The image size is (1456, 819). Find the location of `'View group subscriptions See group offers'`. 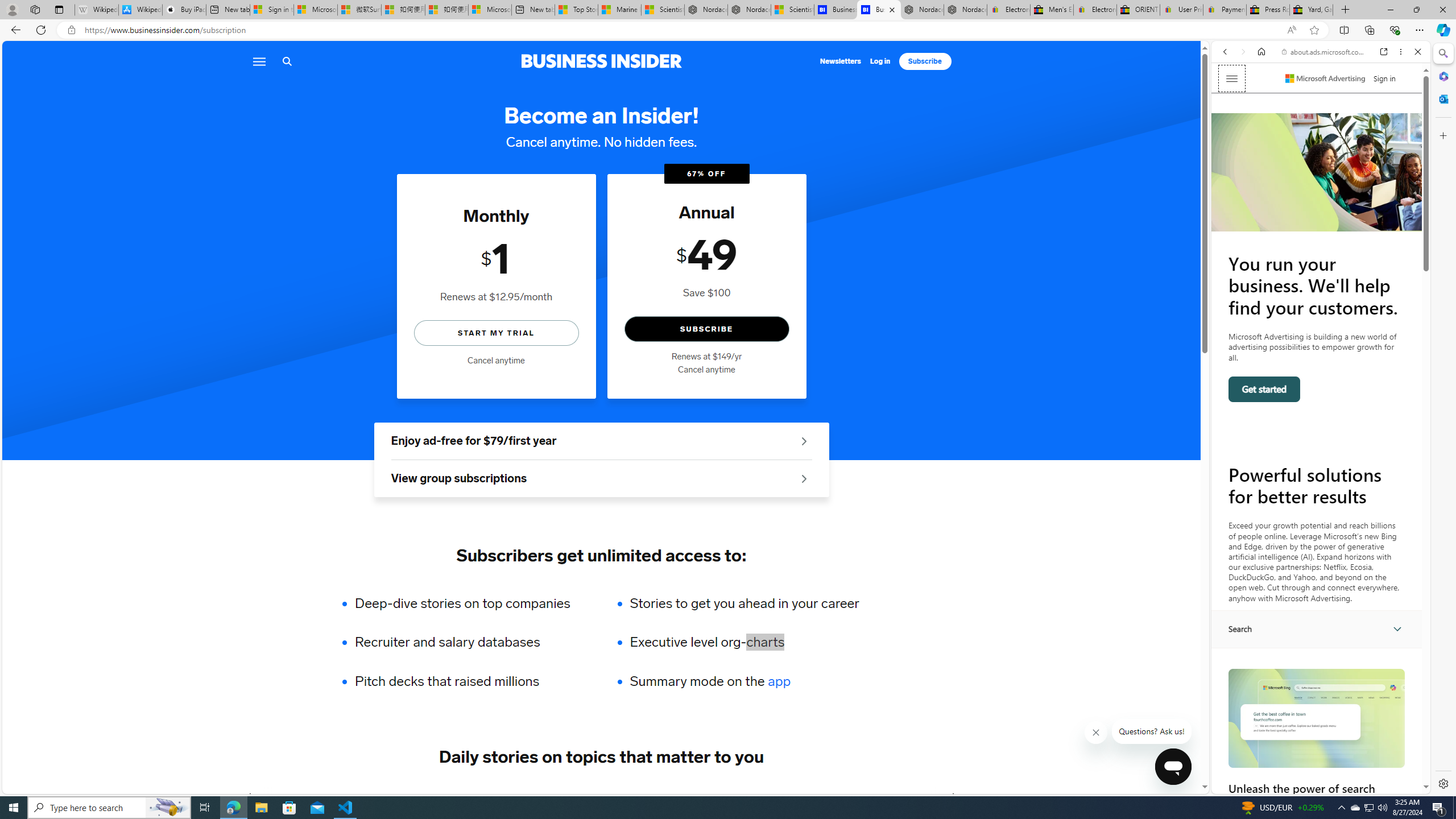

'View group subscriptions See group offers' is located at coordinates (601, 479).